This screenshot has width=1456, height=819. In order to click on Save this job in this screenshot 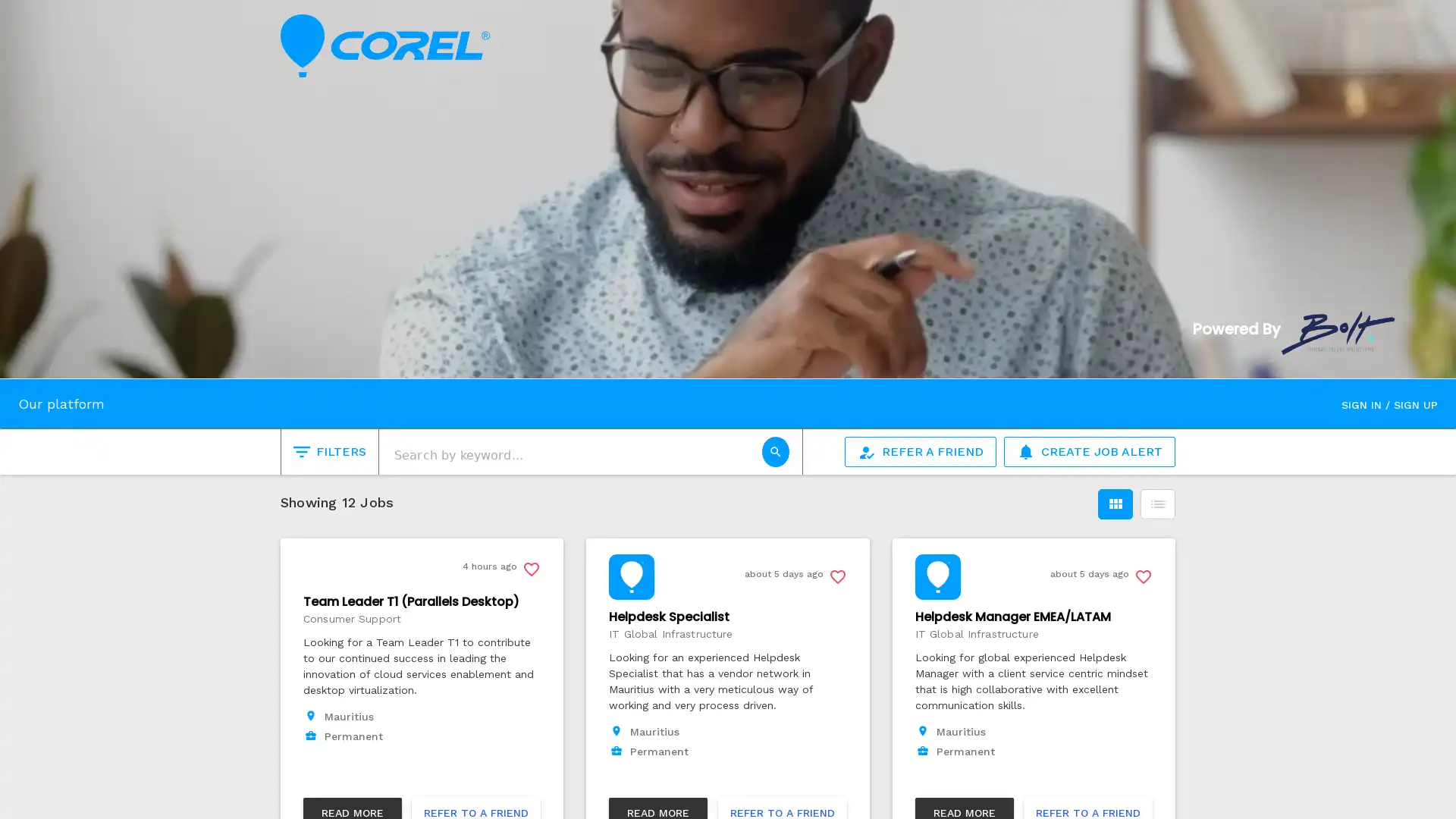, I will do `click(1146, 576)`.